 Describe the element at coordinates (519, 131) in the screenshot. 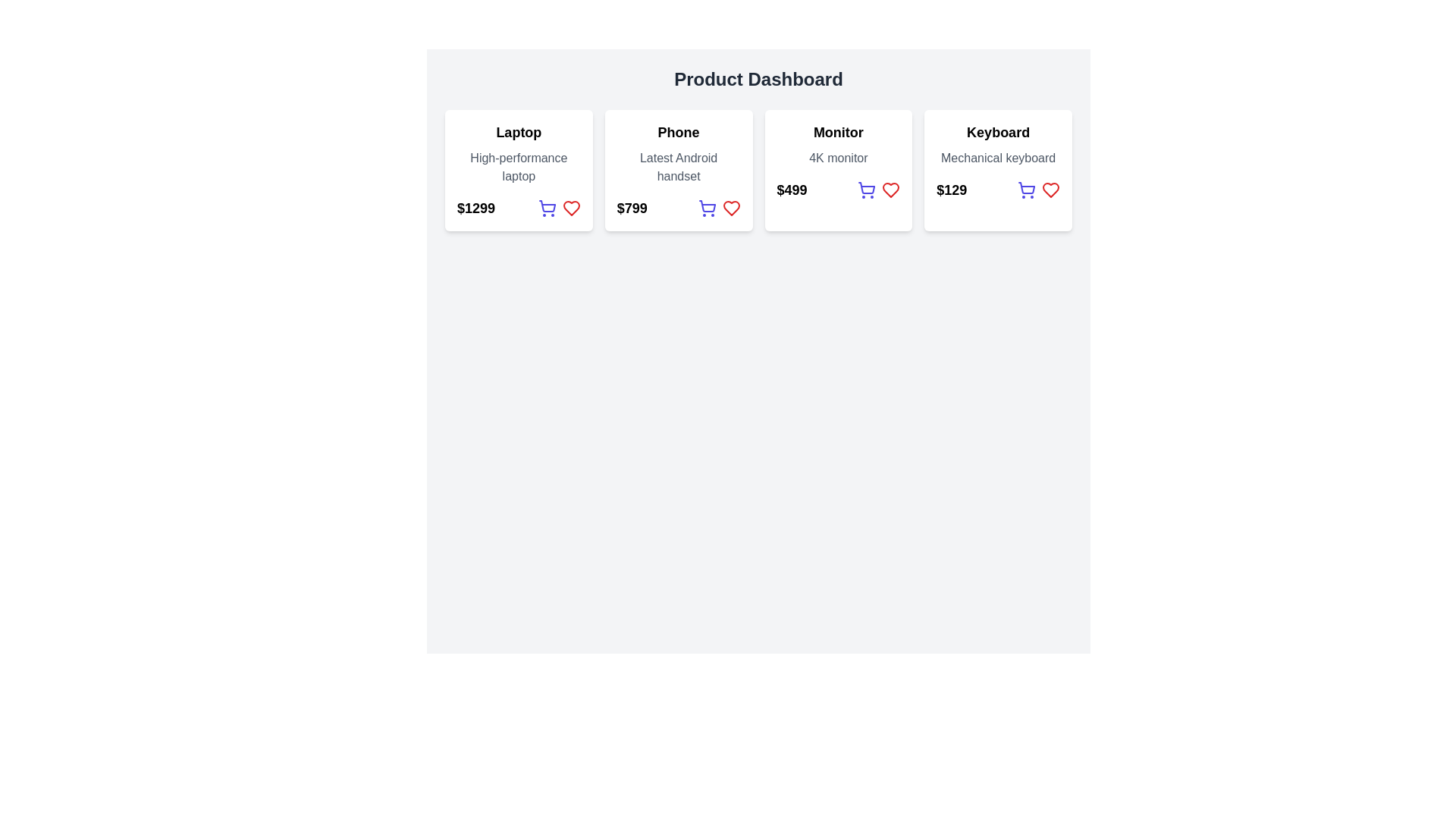

I see `the bold text label displaying 'Laptop' at the top of the product card` at that location.